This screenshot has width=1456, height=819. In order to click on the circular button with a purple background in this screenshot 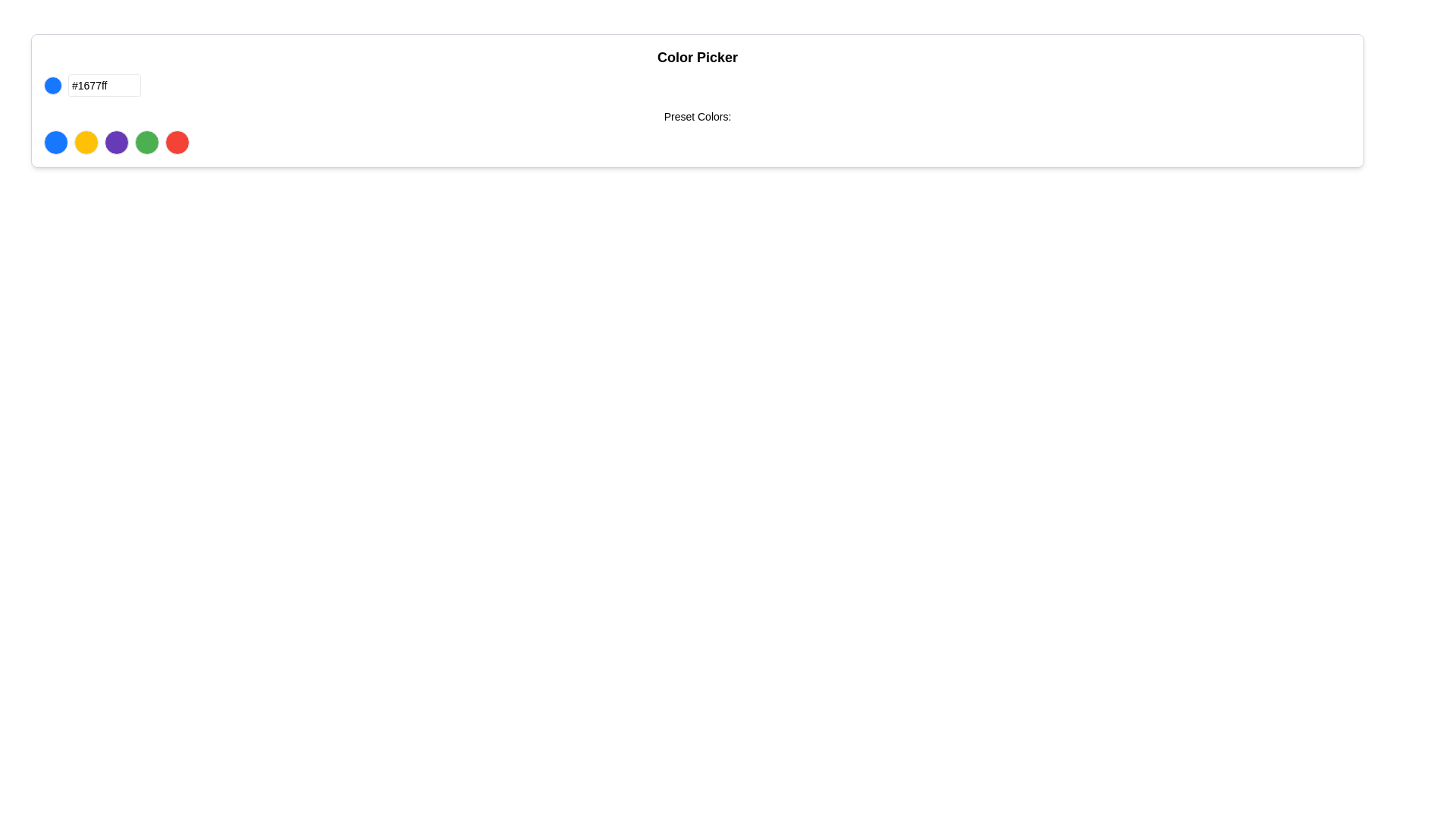, I will do `click(115, 143)`.